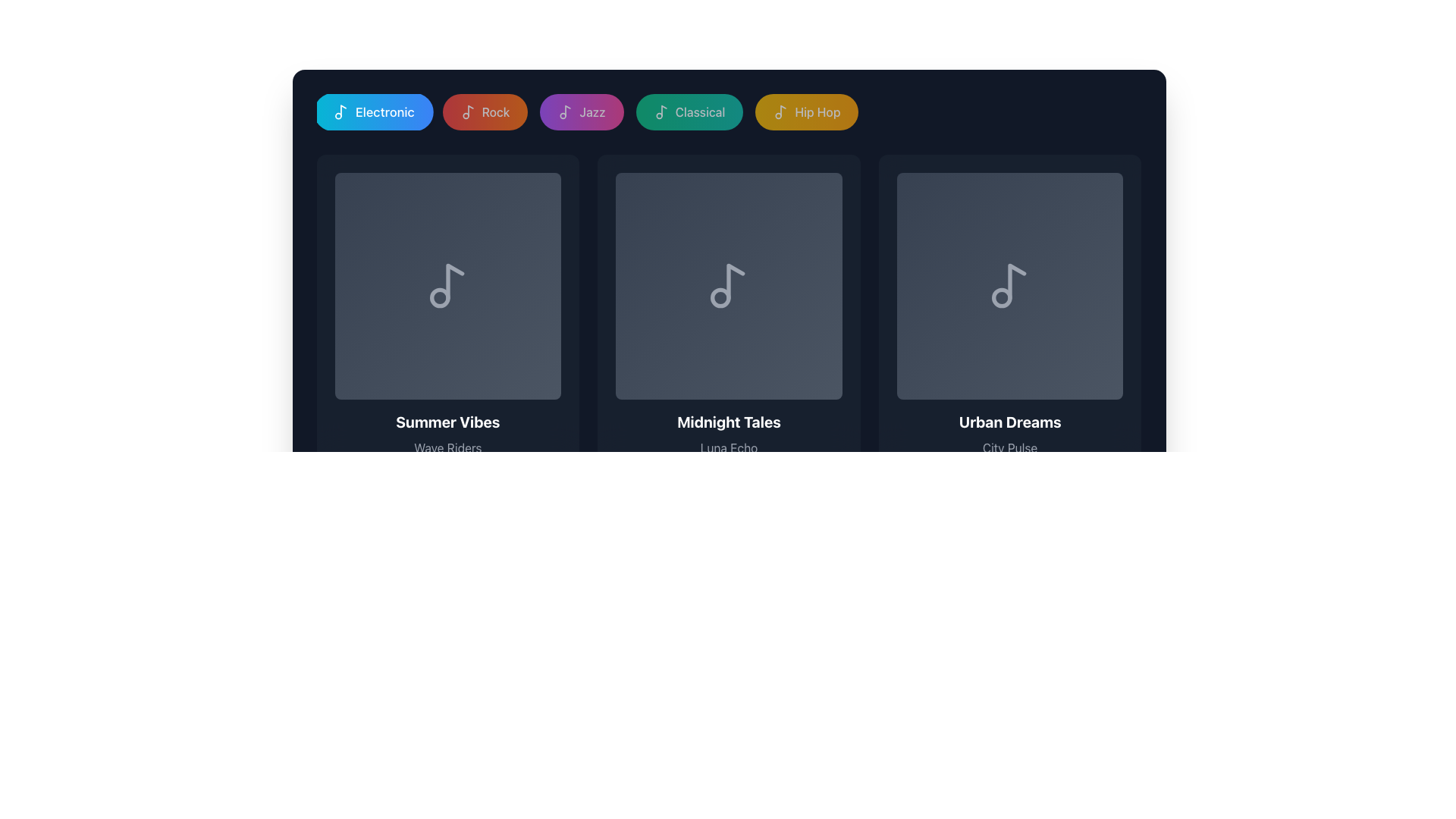 Image resolution: width=1456 pixels, height=819 pixels. What do you see at coordinates (495, 111) in the screenshot?
I see `text 'Rock' which signifies a category or filtering option in the interface, located in the fourth button of the row of tabs` at bounding box center [495, 111].